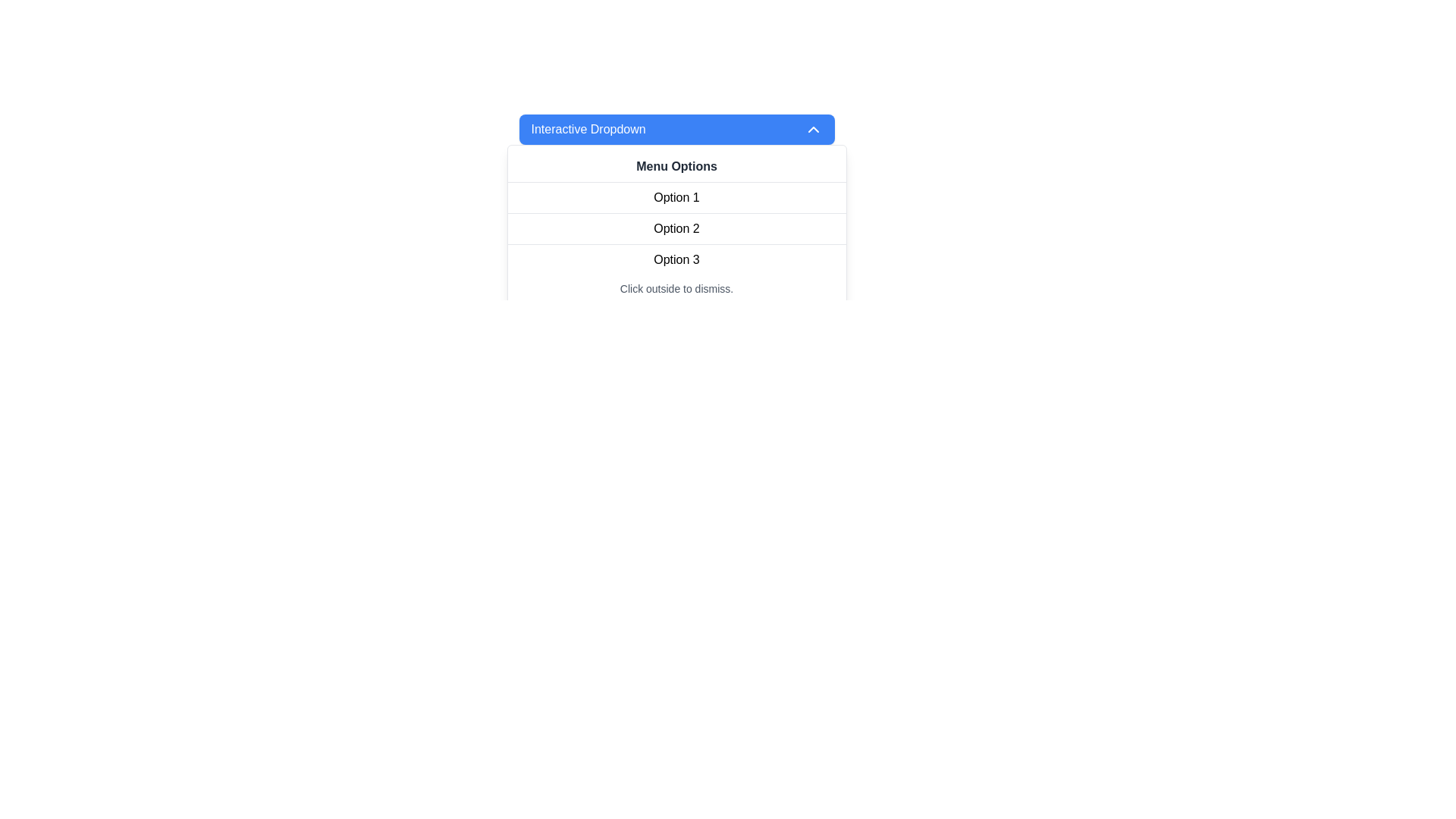 This screenshot has height=819, width=1456. I want to click on the gray text label stating 'Click outside to dismiss.' located at the bottom of the dropdown menu, so click(676, 289).